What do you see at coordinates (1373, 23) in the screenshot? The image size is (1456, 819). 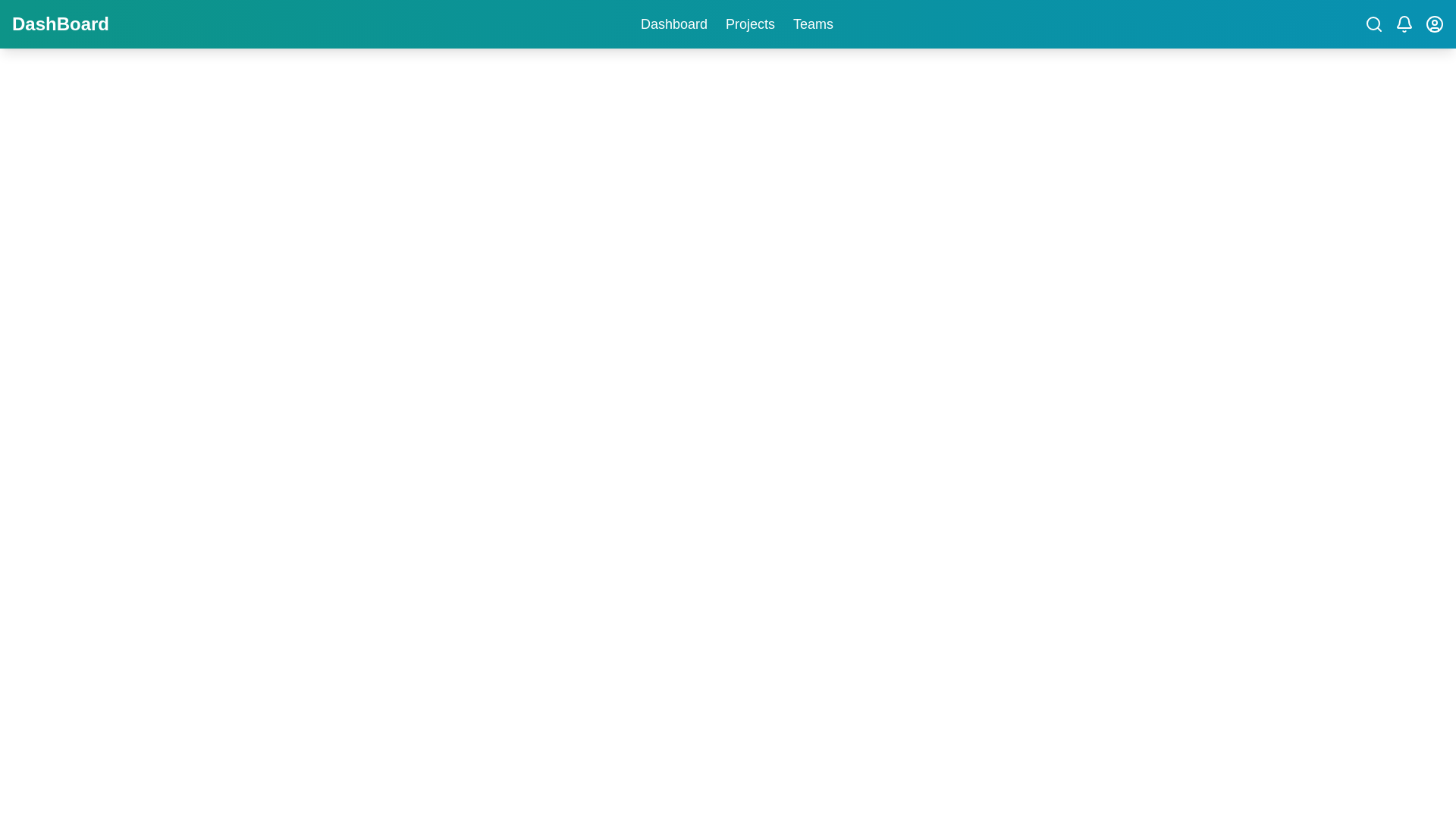 I see `SVG Circle that forms part of the search icon located in the top-right corner of the interface` at bounding box center [1373, 23].